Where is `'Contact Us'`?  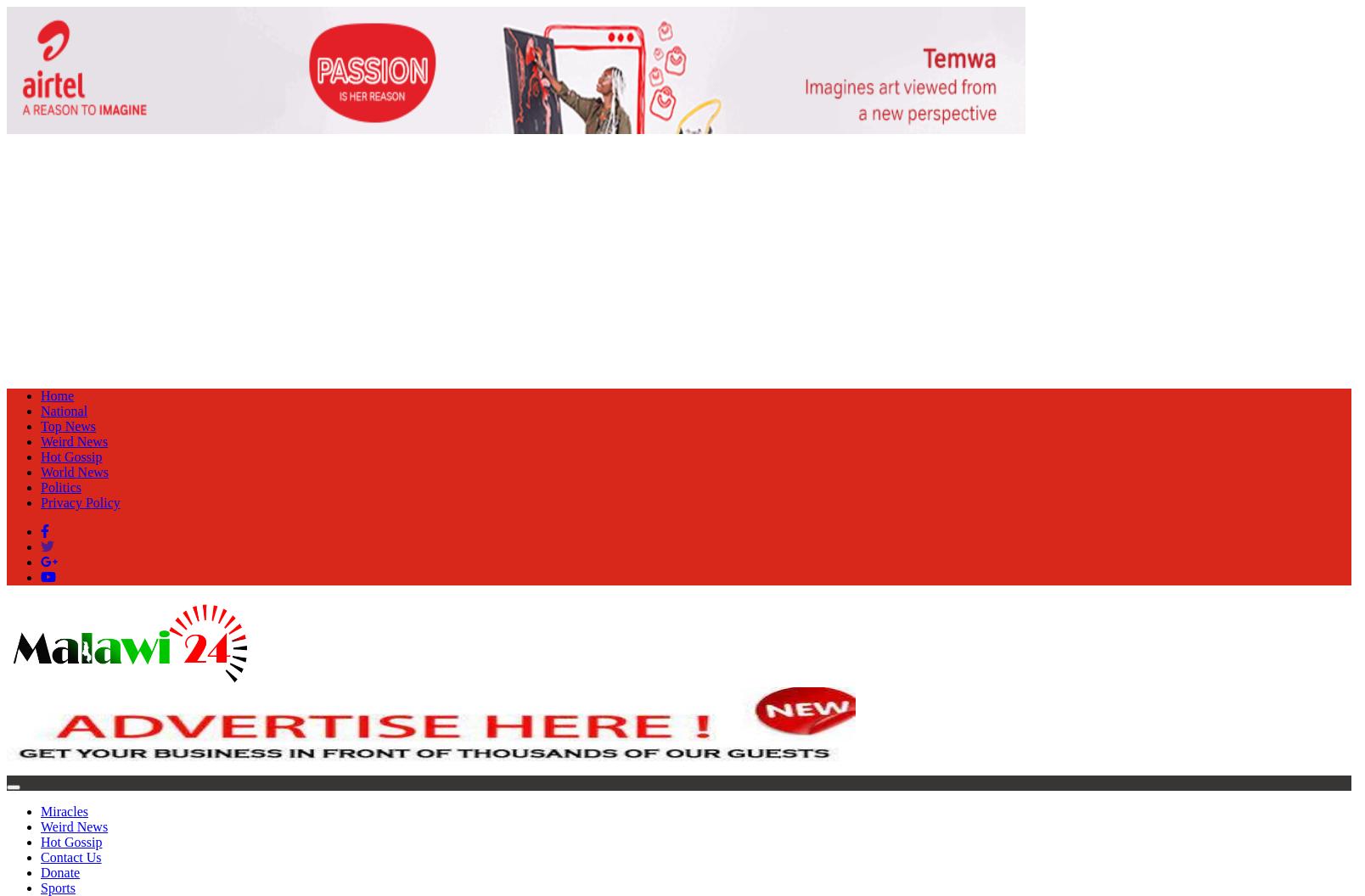
'Contact Us' is located at coordinates (70, 856).